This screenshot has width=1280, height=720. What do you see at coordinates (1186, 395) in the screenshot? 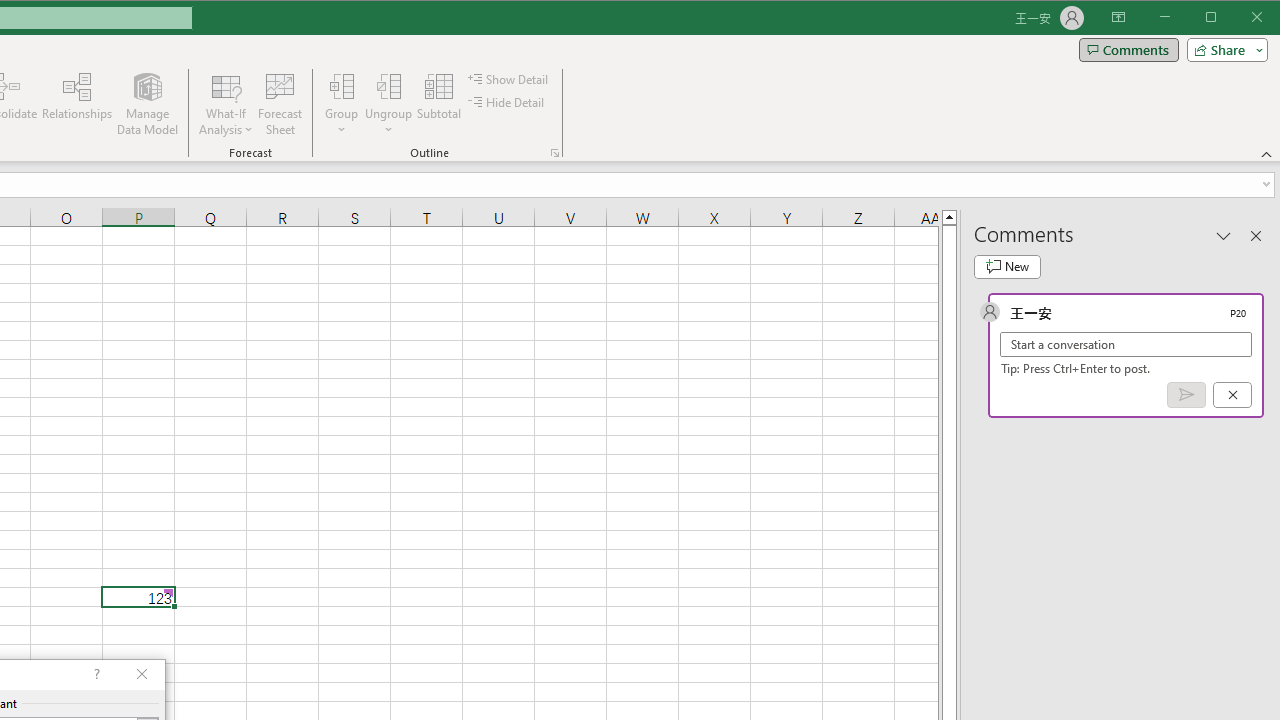
I see `'Post comment (Ctrl + Enter)'` at bounding box center [1186, 395].